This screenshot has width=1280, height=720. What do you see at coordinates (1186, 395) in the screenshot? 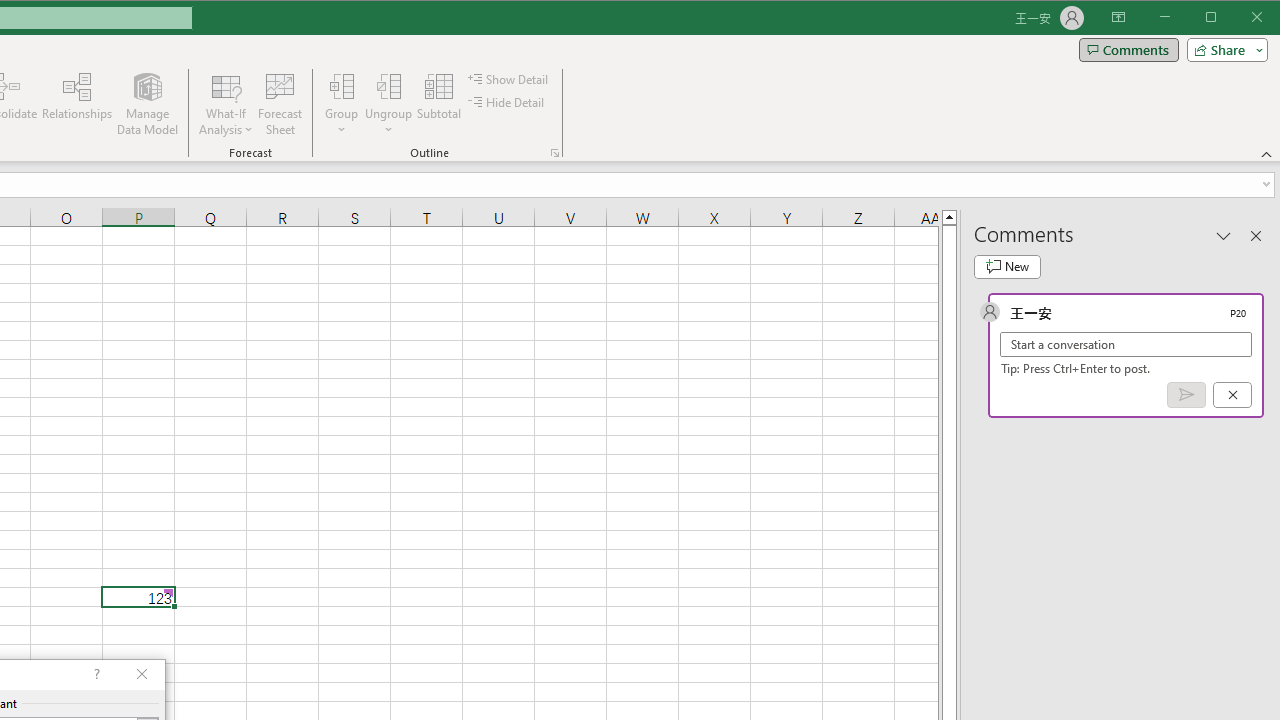
I see `'Post comment (Ctrl + Enter)'` at bounding box center [1186, 395].